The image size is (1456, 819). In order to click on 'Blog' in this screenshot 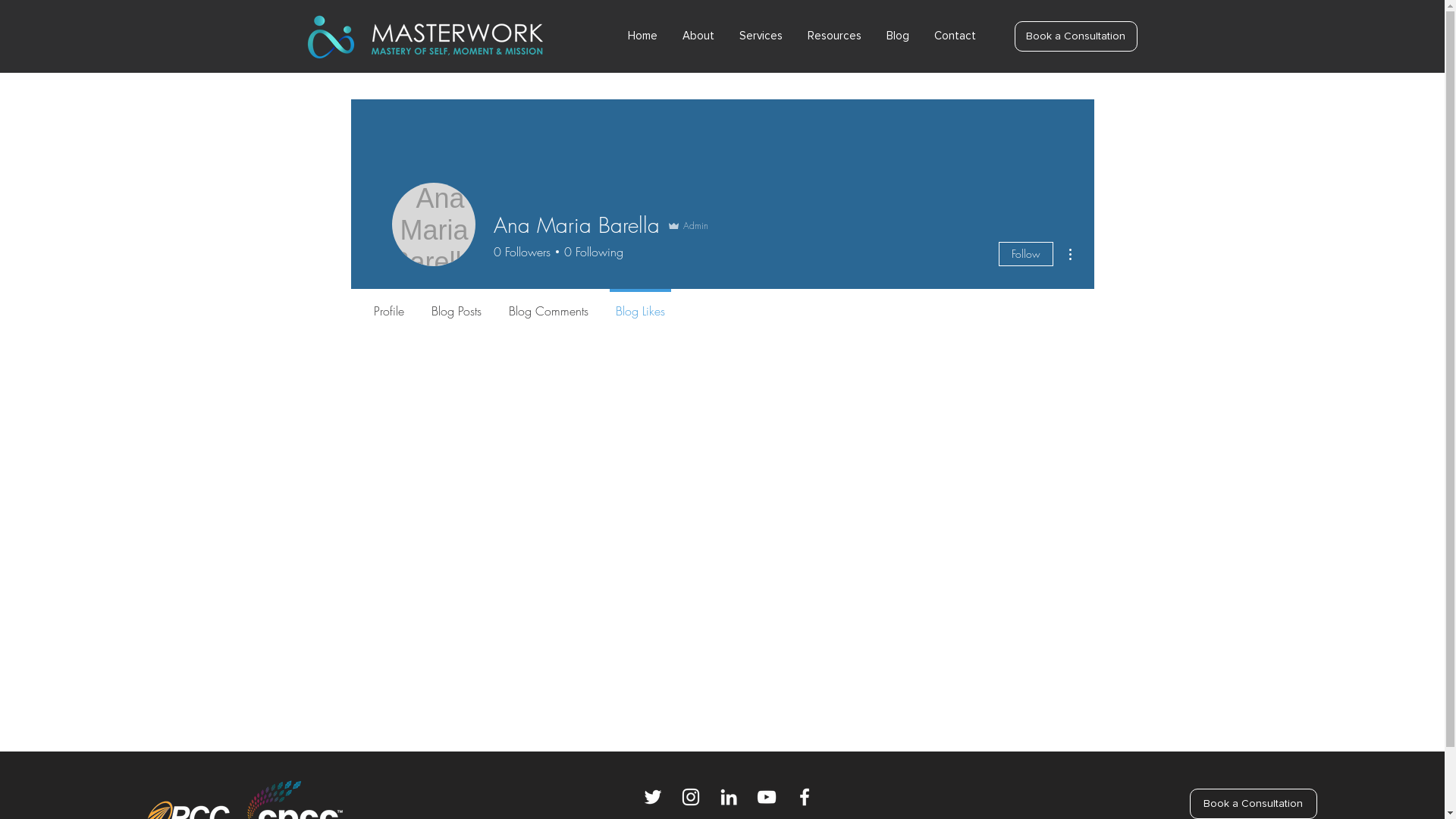, I will do `click(902, 34)`.